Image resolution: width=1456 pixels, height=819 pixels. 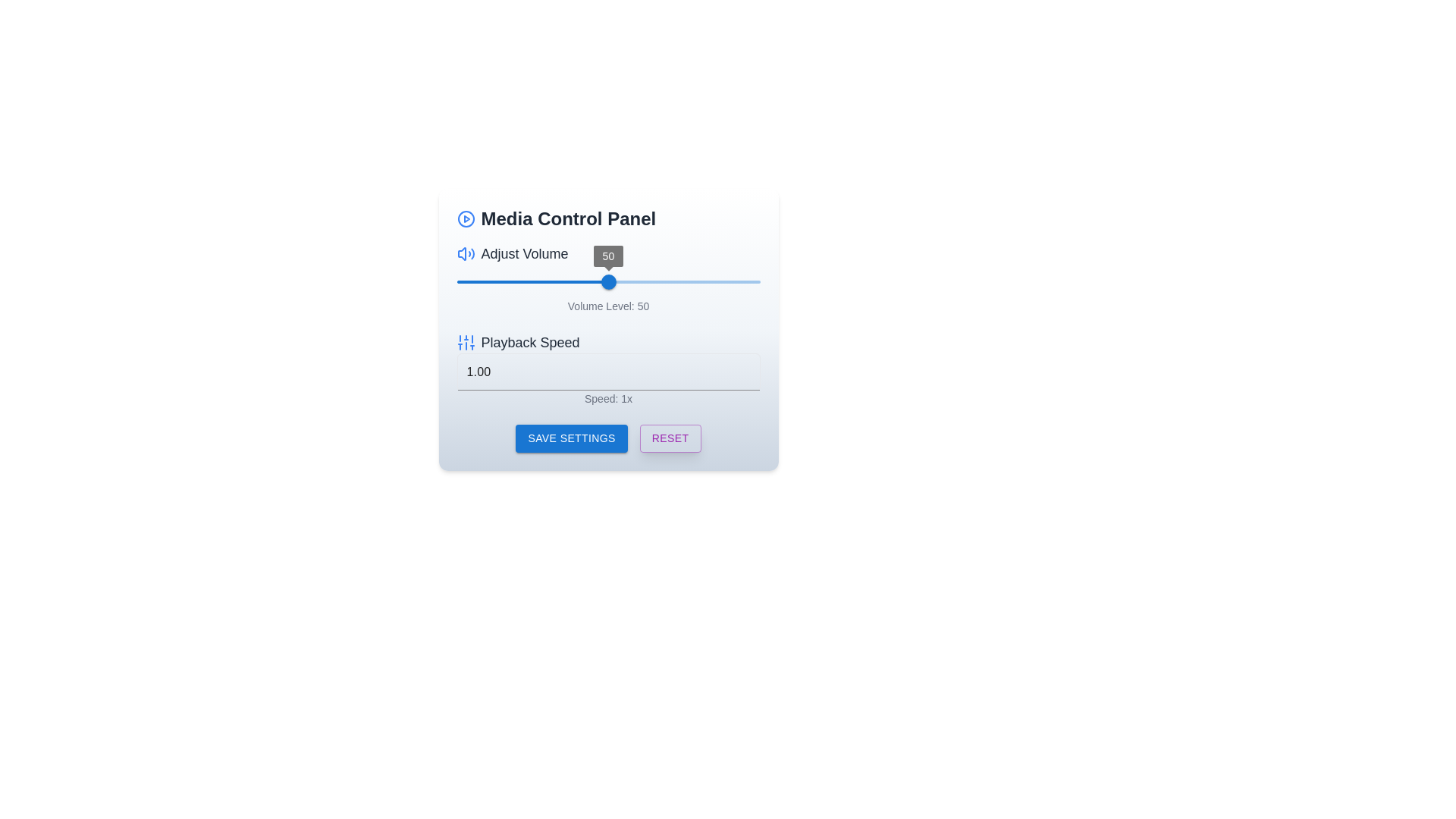 What do you see at coordinates (670, 438) in the screenshot?
I see `the 'Reset' button` at bounding box center [670, 438].